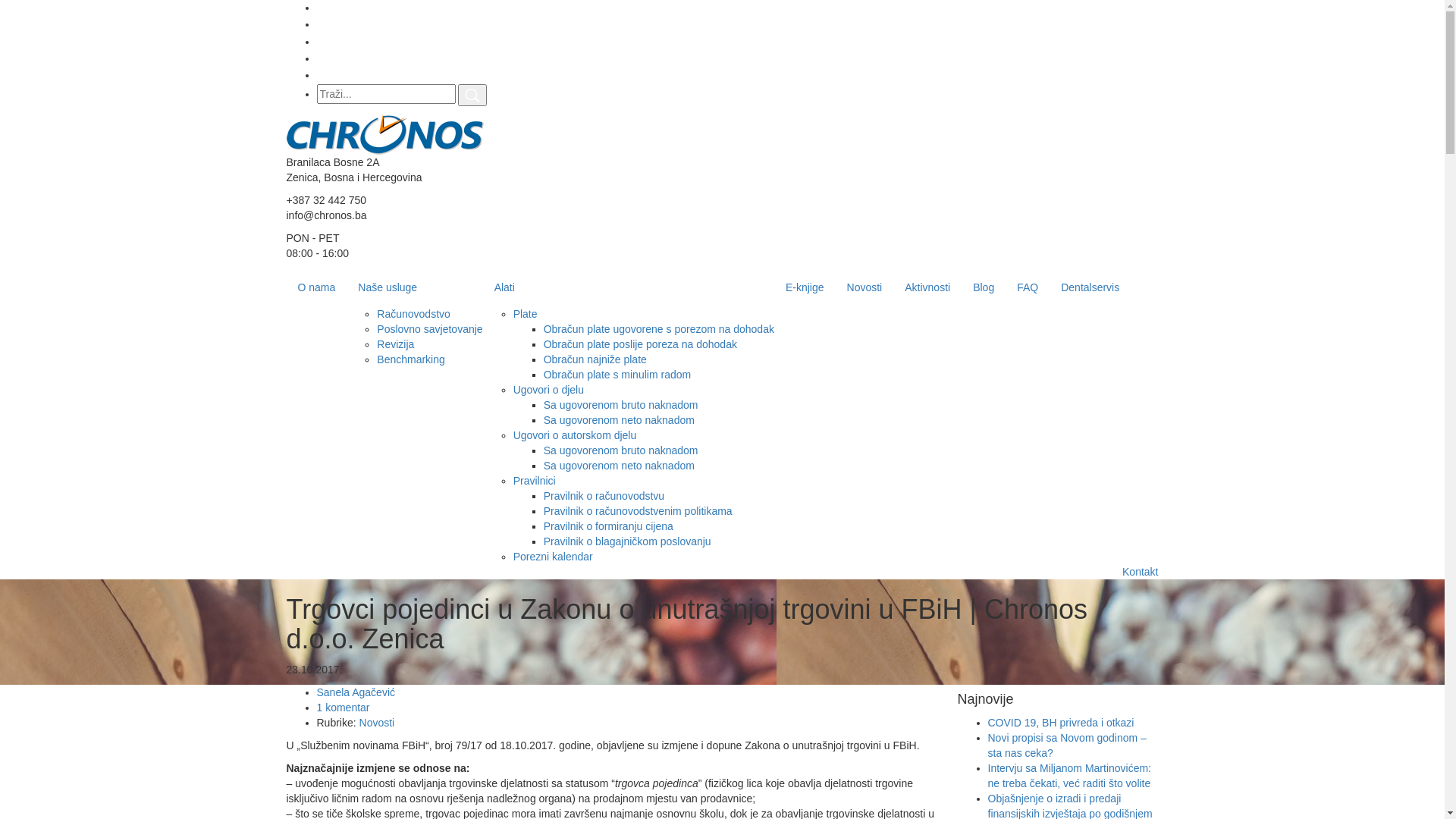 Image resolution: width=1456 pixels, height=819 pixels. What do you see at coordinates (1059, 721) in the screenshot?
I see `'COVID 19, BH privreda i otkazi'` at bounding box center [1059, 721].